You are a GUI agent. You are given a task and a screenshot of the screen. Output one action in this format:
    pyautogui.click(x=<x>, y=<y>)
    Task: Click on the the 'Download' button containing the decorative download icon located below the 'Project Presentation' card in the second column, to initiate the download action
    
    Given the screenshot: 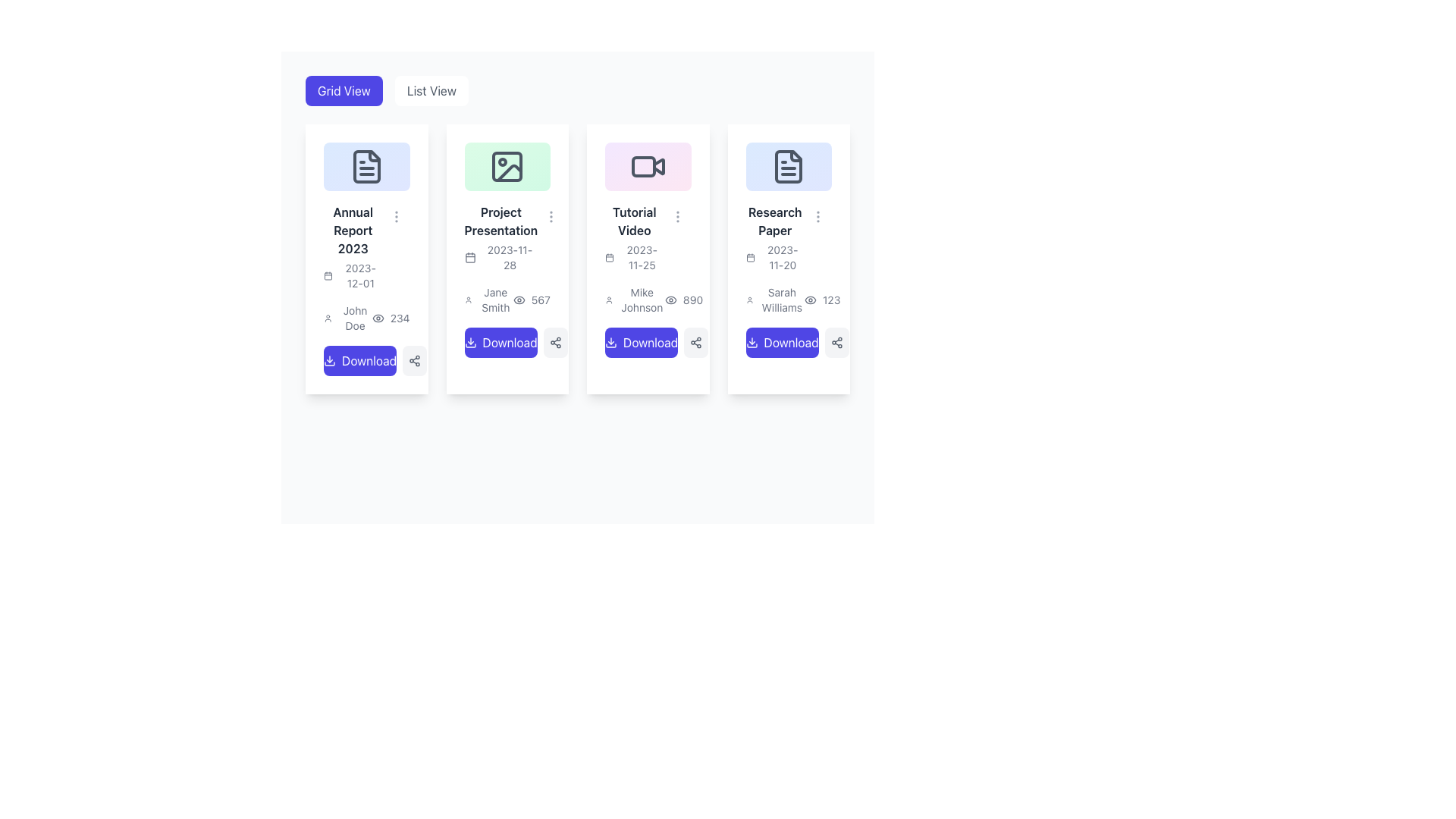 What is the action you would take?
    pyautogui.click(x=469, y=342)
    